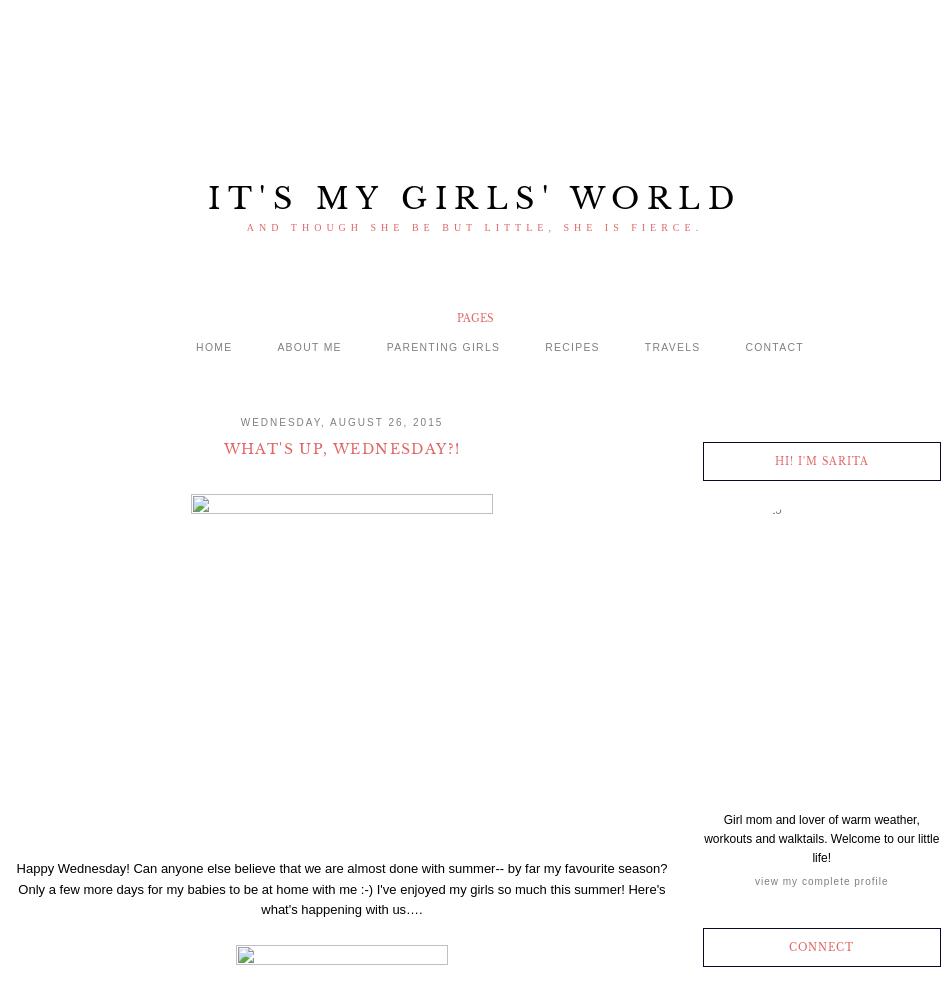 The height and width of the screenshot is (990, 950). What do you see at coordinates (340, 421) in the screenshot?
I see `'Wednesday, August 26, 2015'` at bounding box center [340, 421].